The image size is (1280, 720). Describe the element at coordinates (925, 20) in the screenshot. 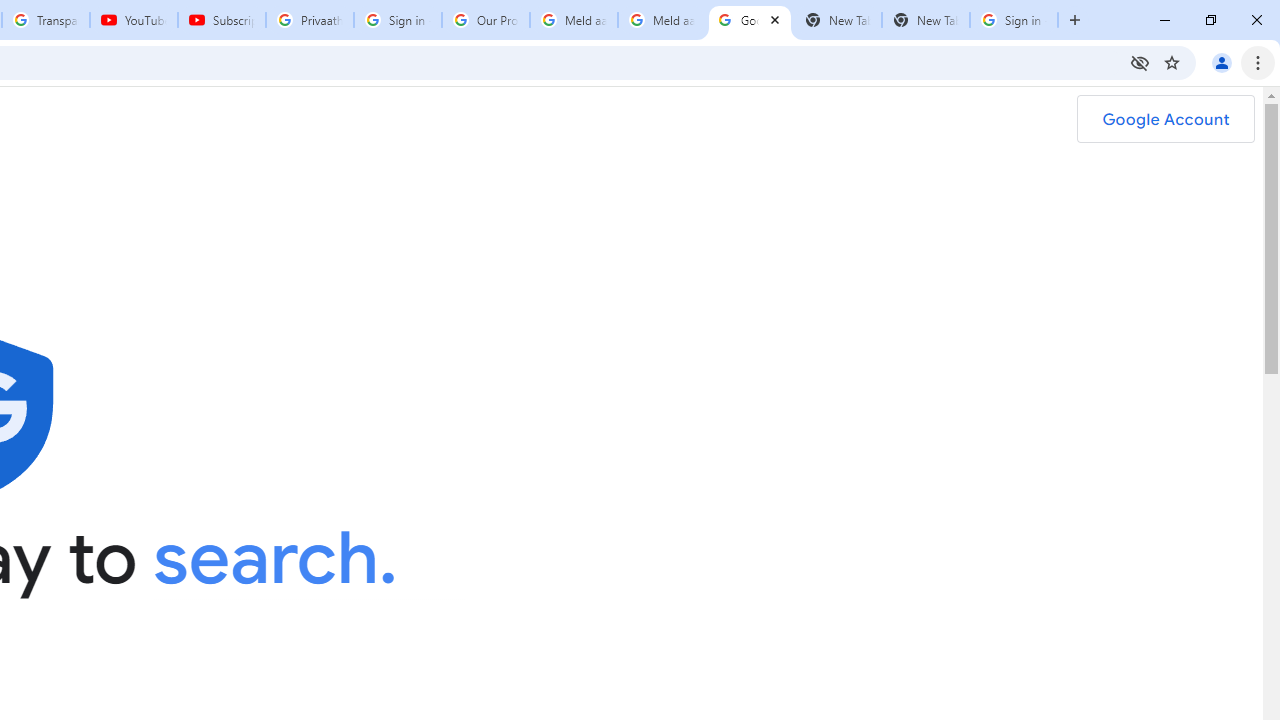

I see `'New Tab'` at that location.